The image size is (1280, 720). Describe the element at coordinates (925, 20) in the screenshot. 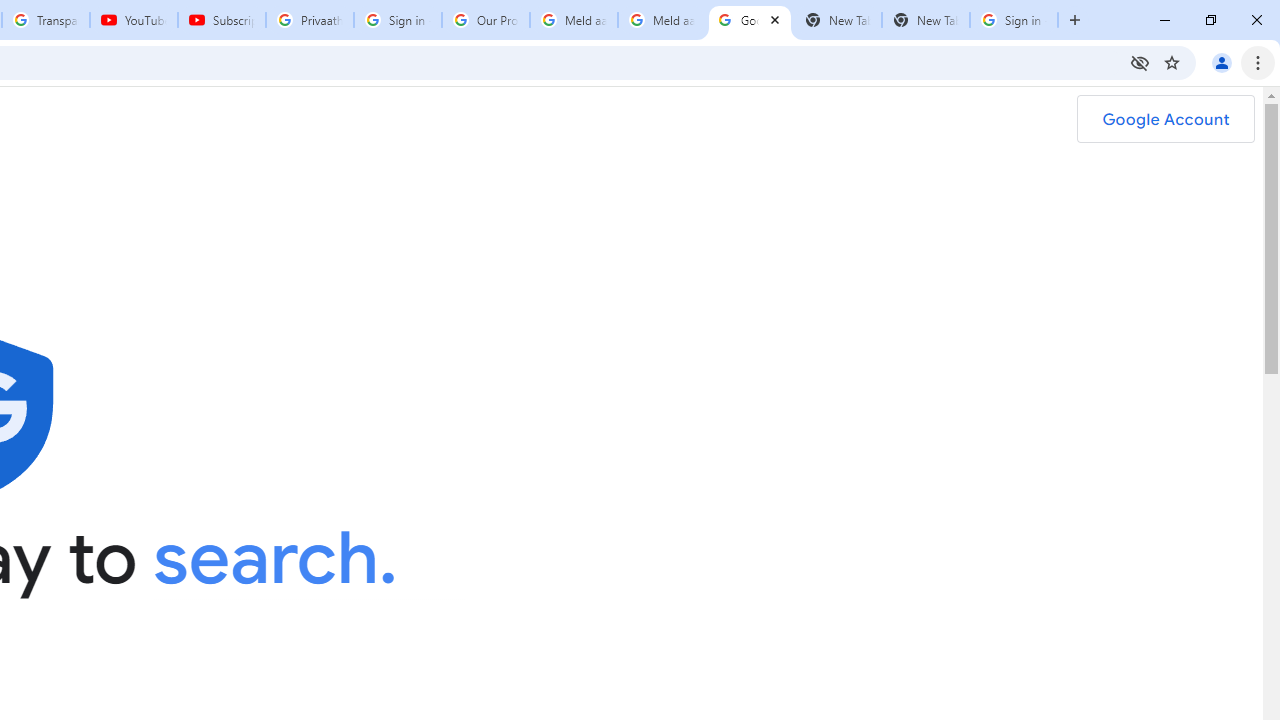

I see `'New Tab'` at that location.